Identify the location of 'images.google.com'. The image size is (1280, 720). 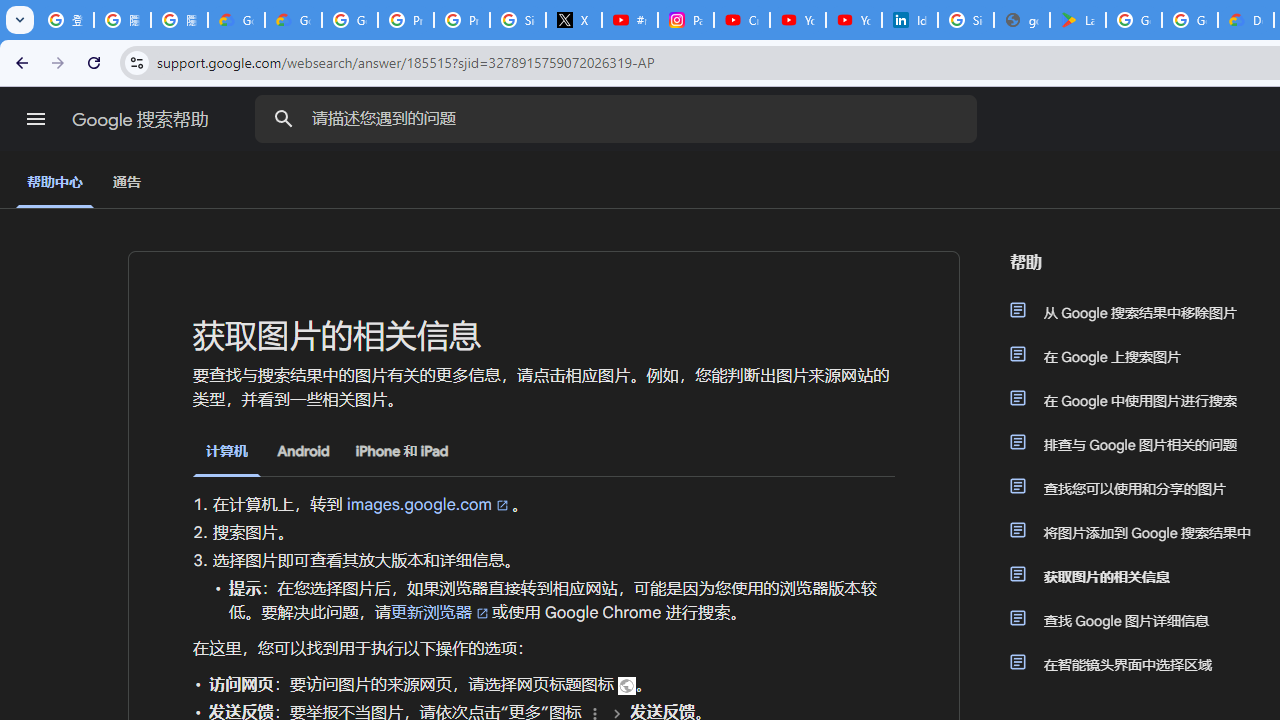
(428, 504).